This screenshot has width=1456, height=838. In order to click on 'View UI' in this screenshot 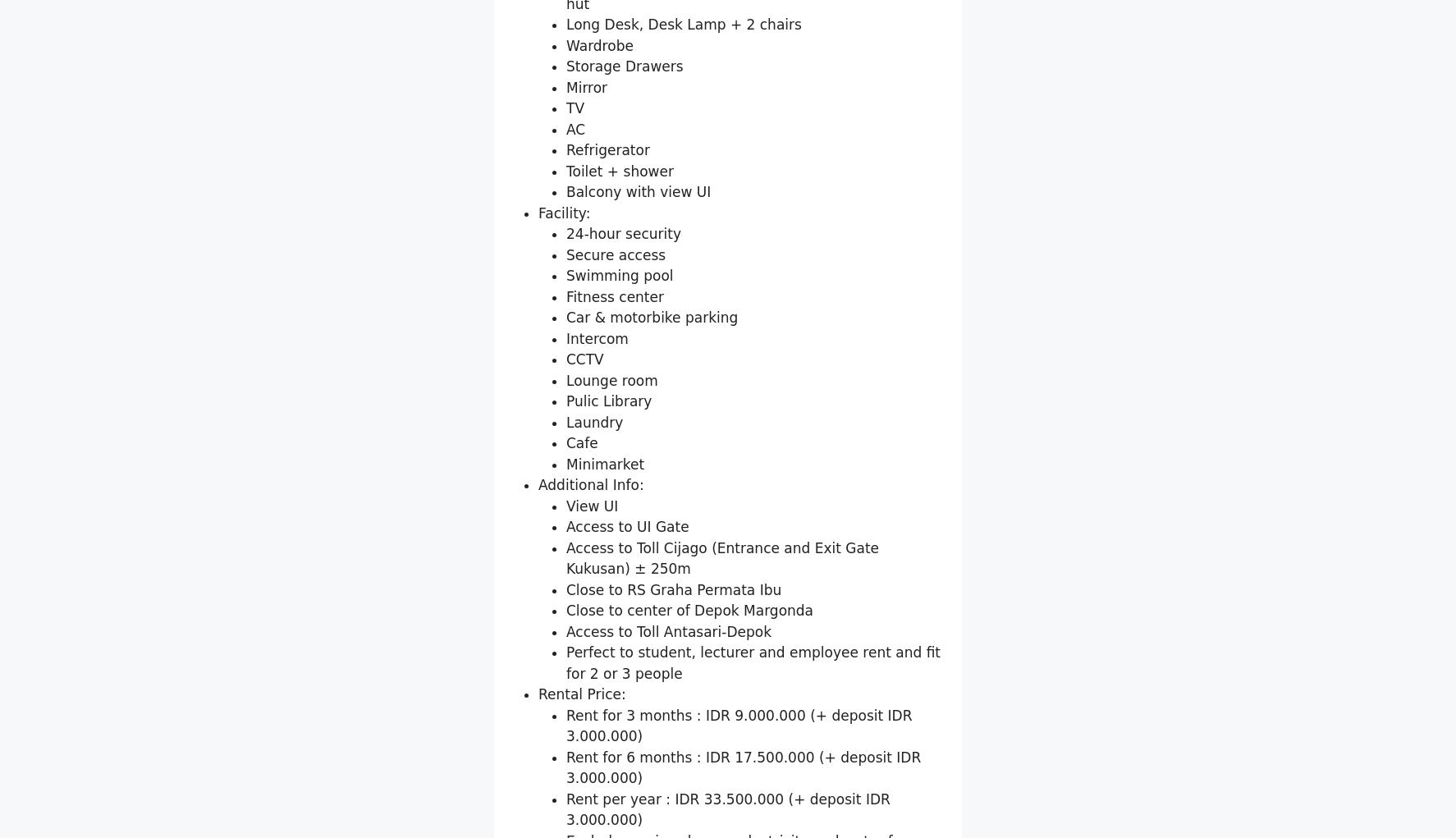, I will do `click(591, 697)`.